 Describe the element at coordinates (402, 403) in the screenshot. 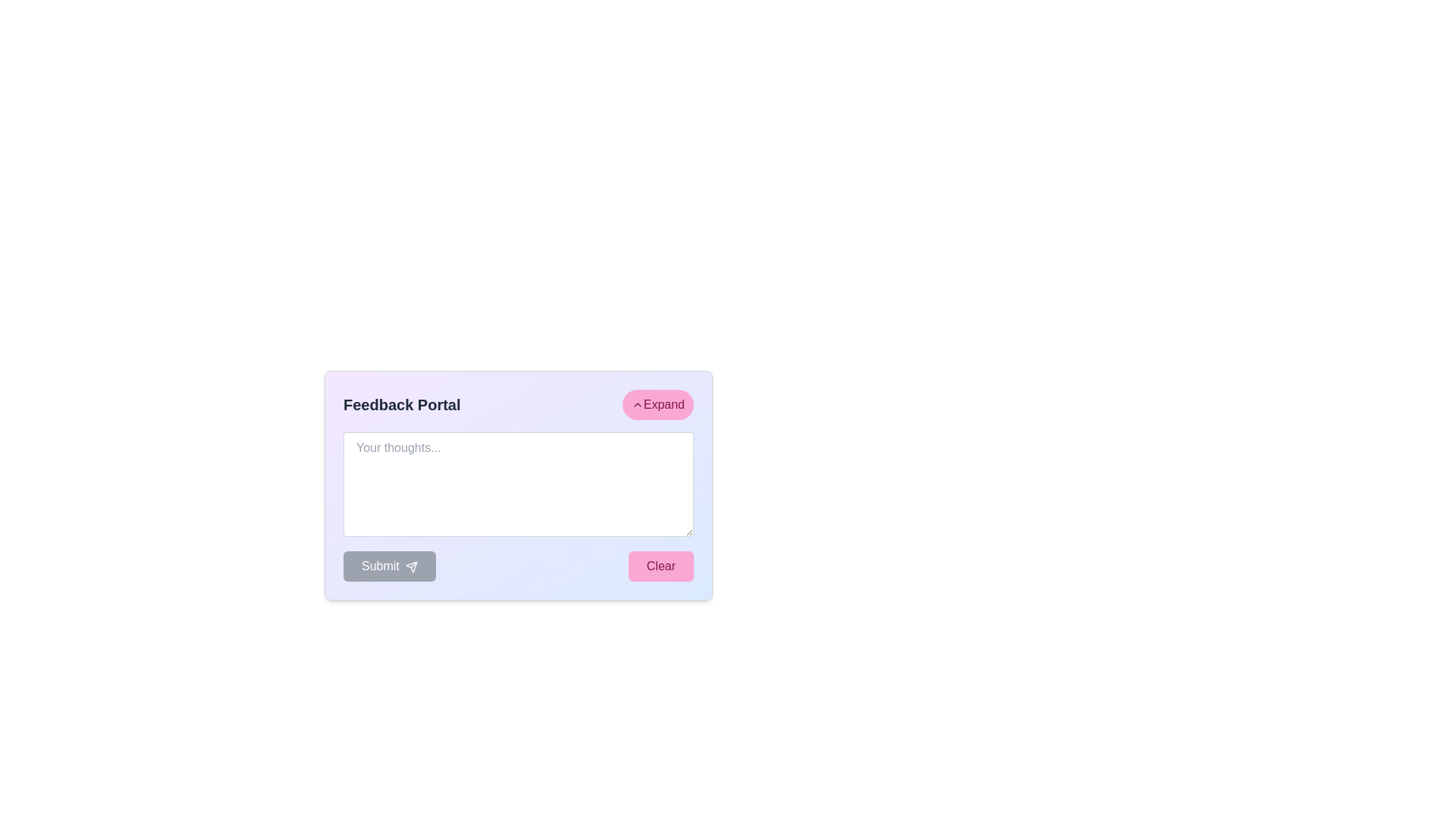

I see `the 'Feedback Portal' text label, which is a bold and larger font text in dark gray color, located in the top-left corner of a light lavender box, positioned to the left of the 'Expand' button` at that location.